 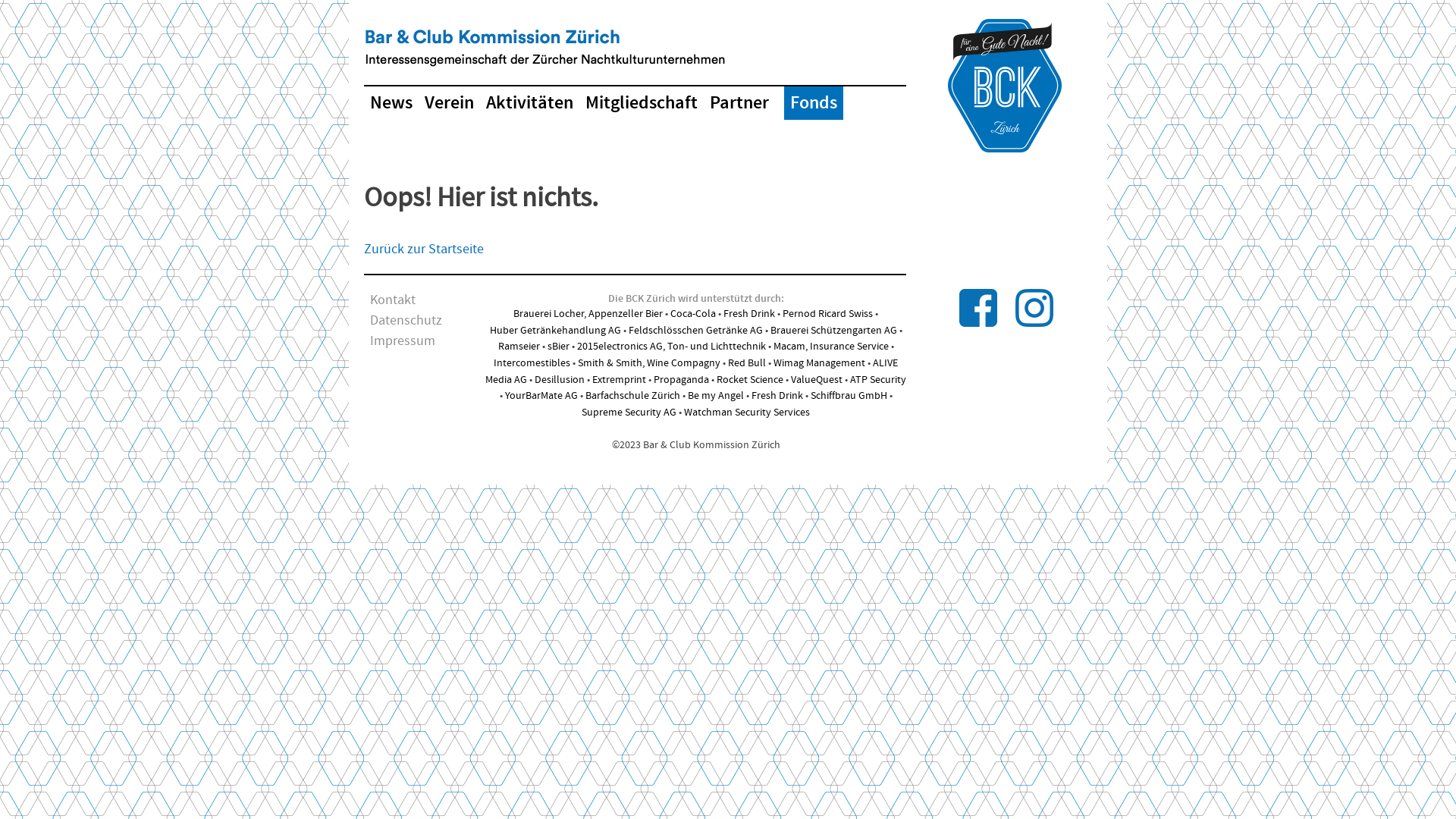 I want to click on 'News', so click(x=391, y=102).